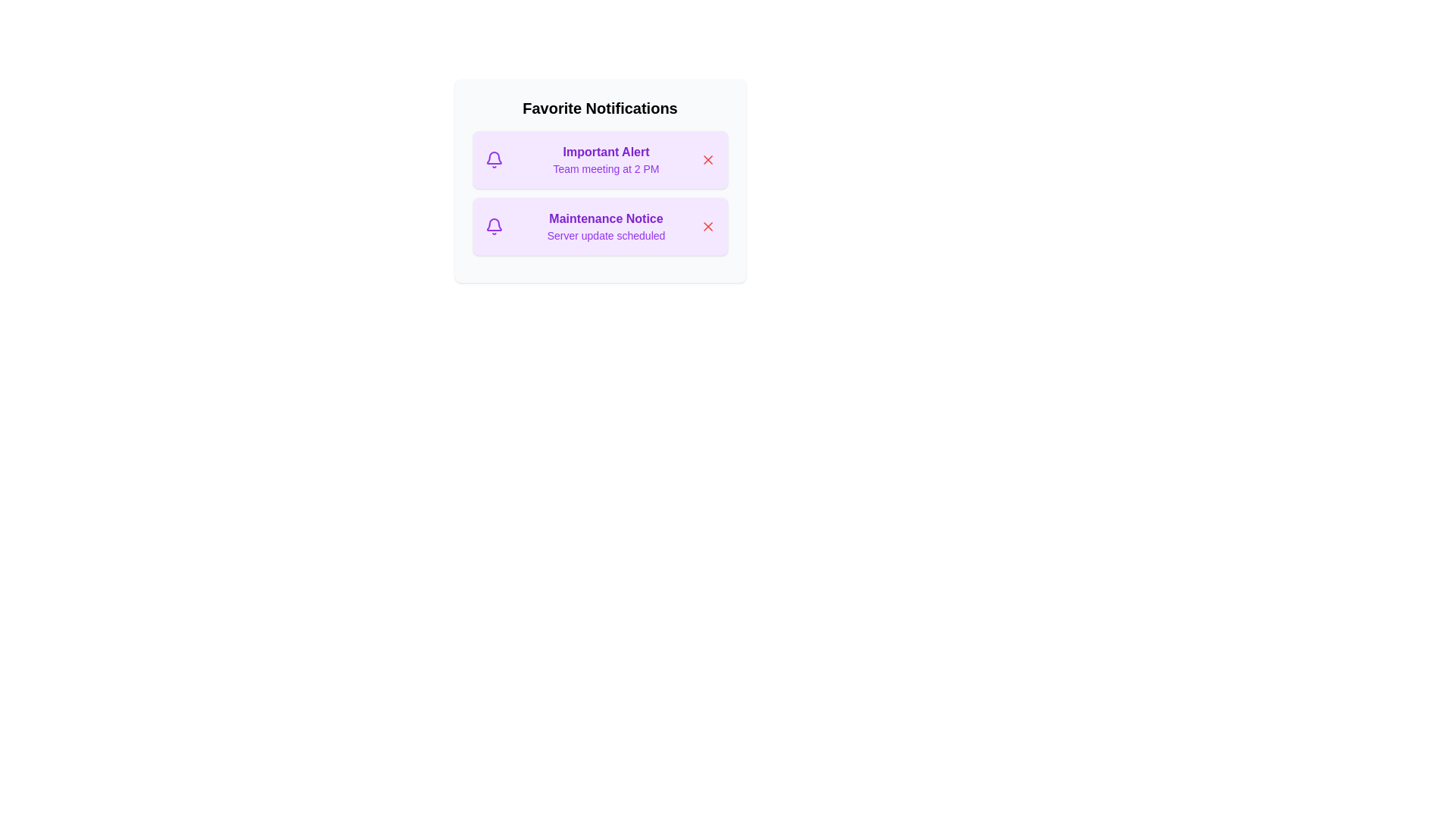  I want to click on the bell icon for Maintenance Notice notification, so click(494, 227).